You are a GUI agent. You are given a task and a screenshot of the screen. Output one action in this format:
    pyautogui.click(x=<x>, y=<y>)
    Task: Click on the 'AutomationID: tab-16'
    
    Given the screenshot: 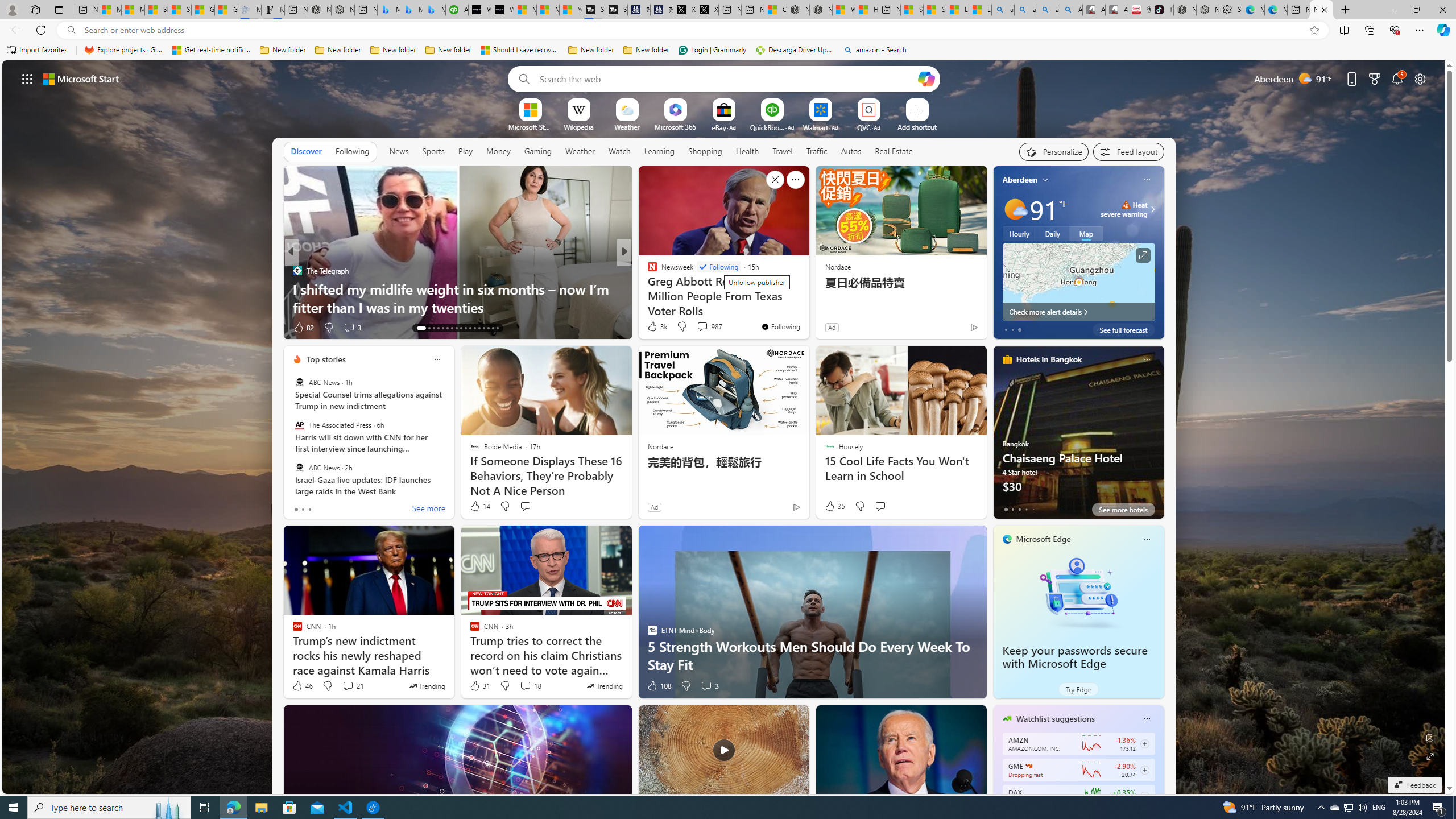 What is the action you would take?
    pyautogui.click(x=438, y=328)
    